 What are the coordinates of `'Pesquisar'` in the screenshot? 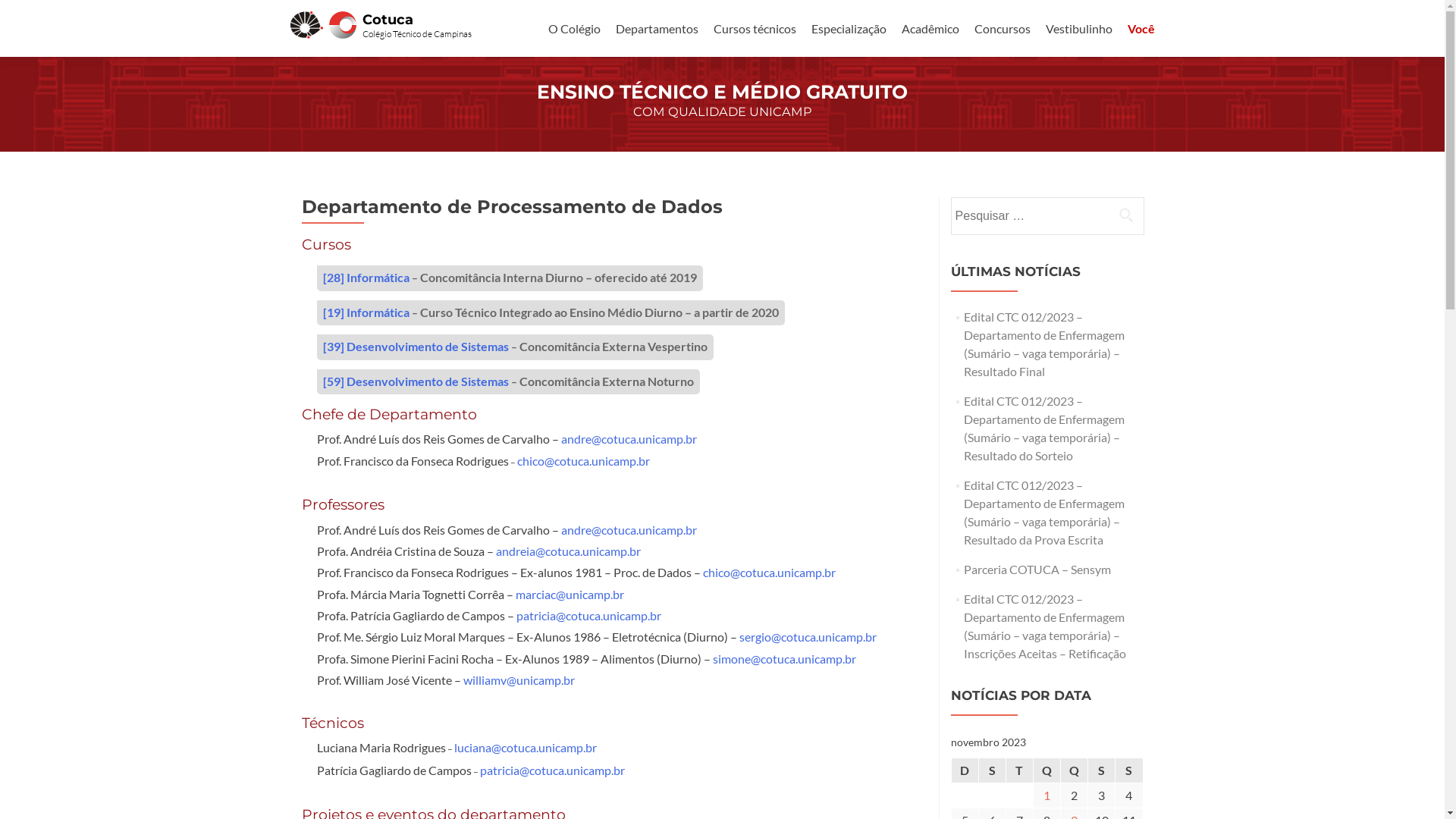 It's located at (1125, 214).